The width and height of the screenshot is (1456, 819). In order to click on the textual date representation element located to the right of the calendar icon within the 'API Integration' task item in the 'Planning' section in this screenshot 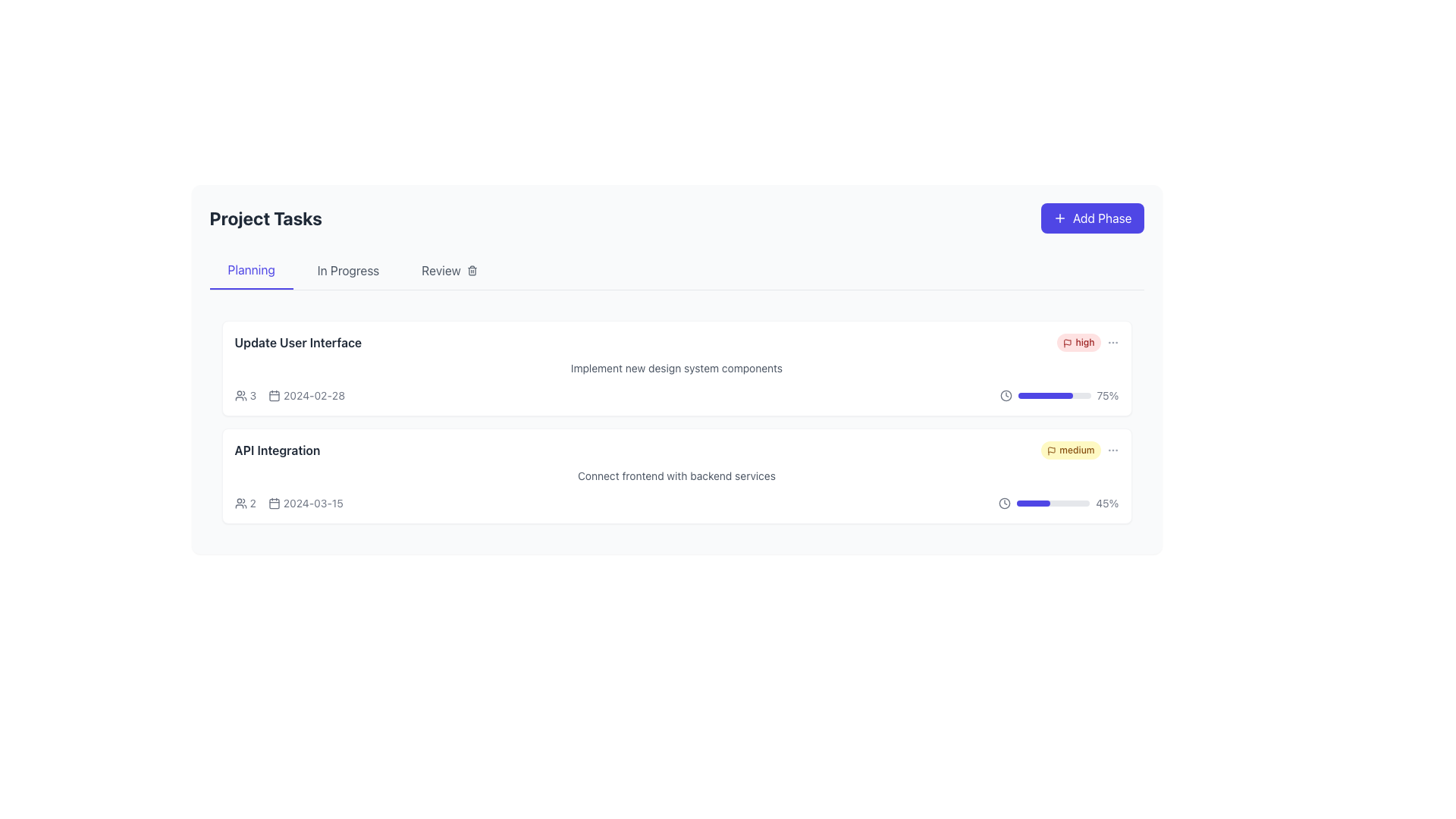, I will do `click(289, 503)`.